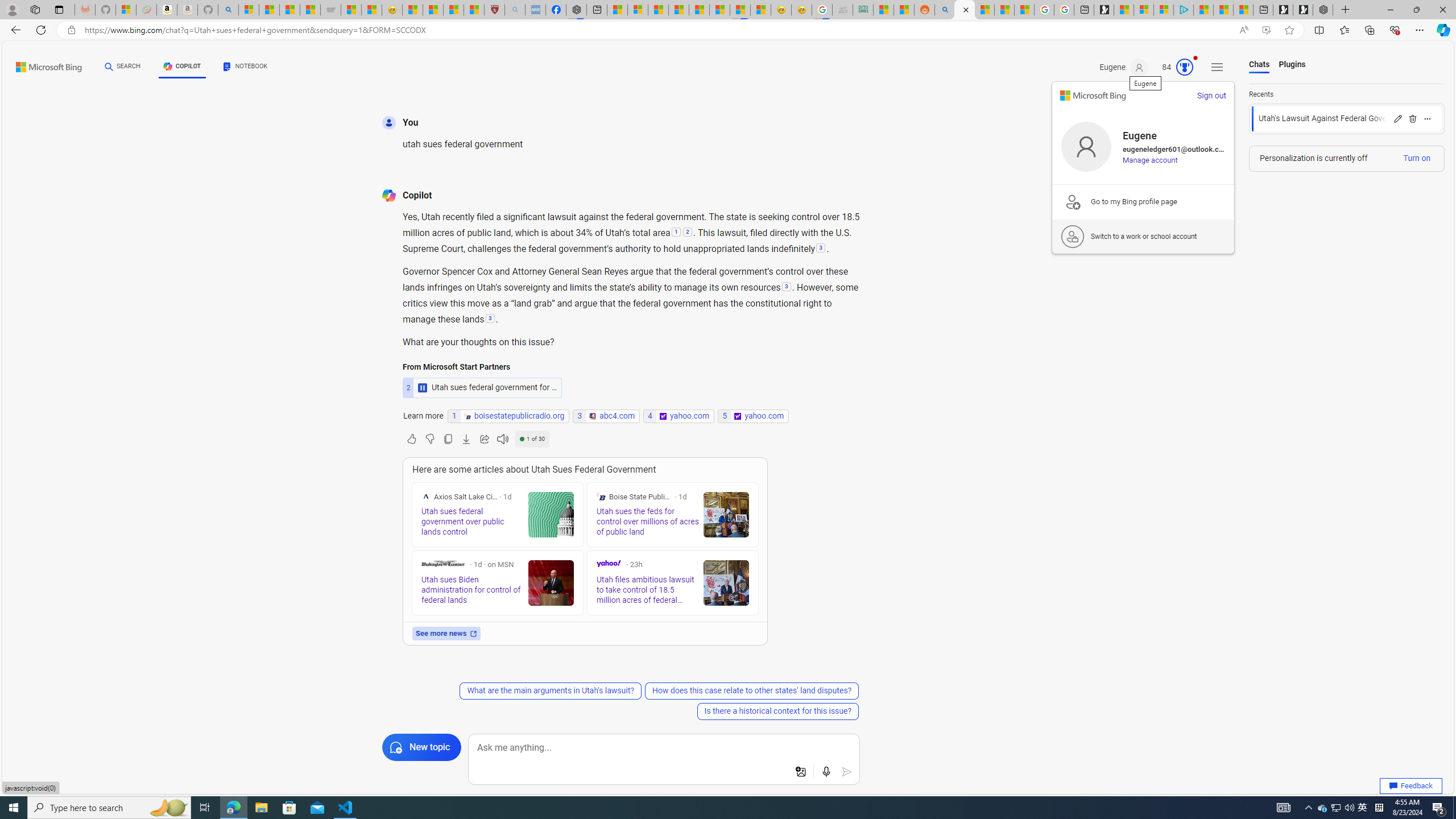  Describe the element at coordinates (1085, 146) in the screenshot. I see `'Profile Picture'` at that location.